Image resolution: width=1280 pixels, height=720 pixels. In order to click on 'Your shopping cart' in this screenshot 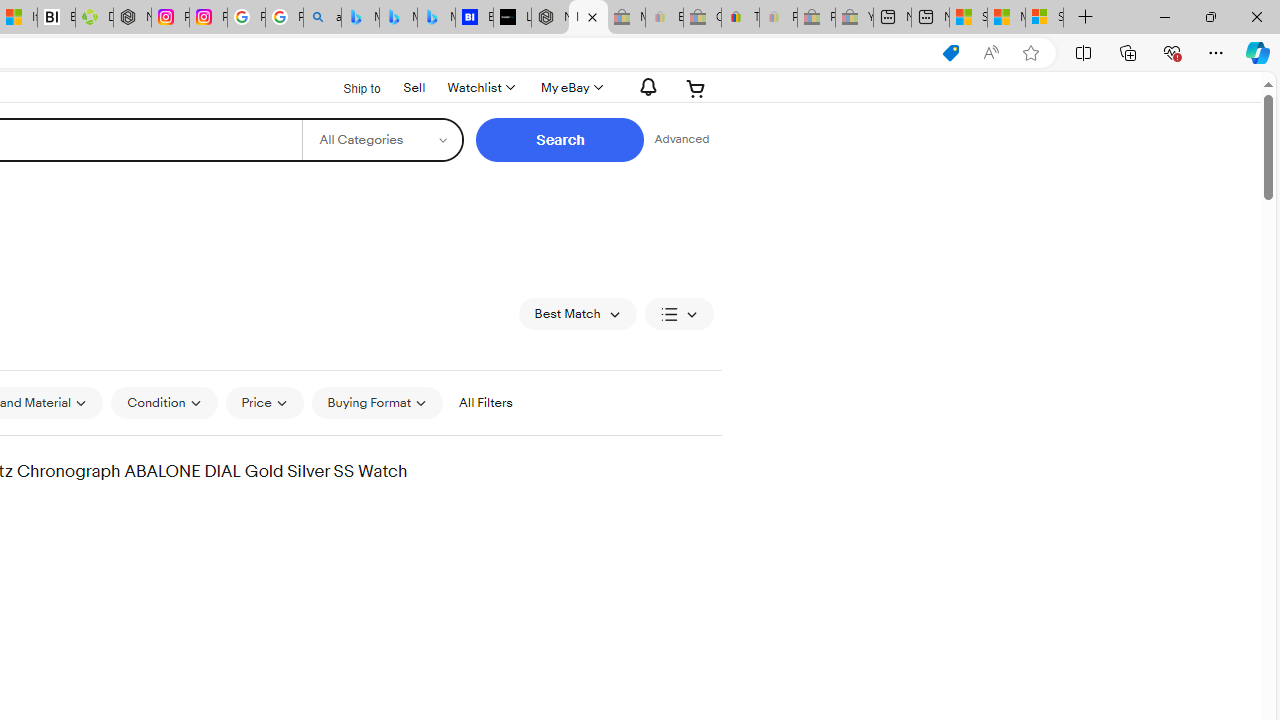, I will do `click(696, 87)`.